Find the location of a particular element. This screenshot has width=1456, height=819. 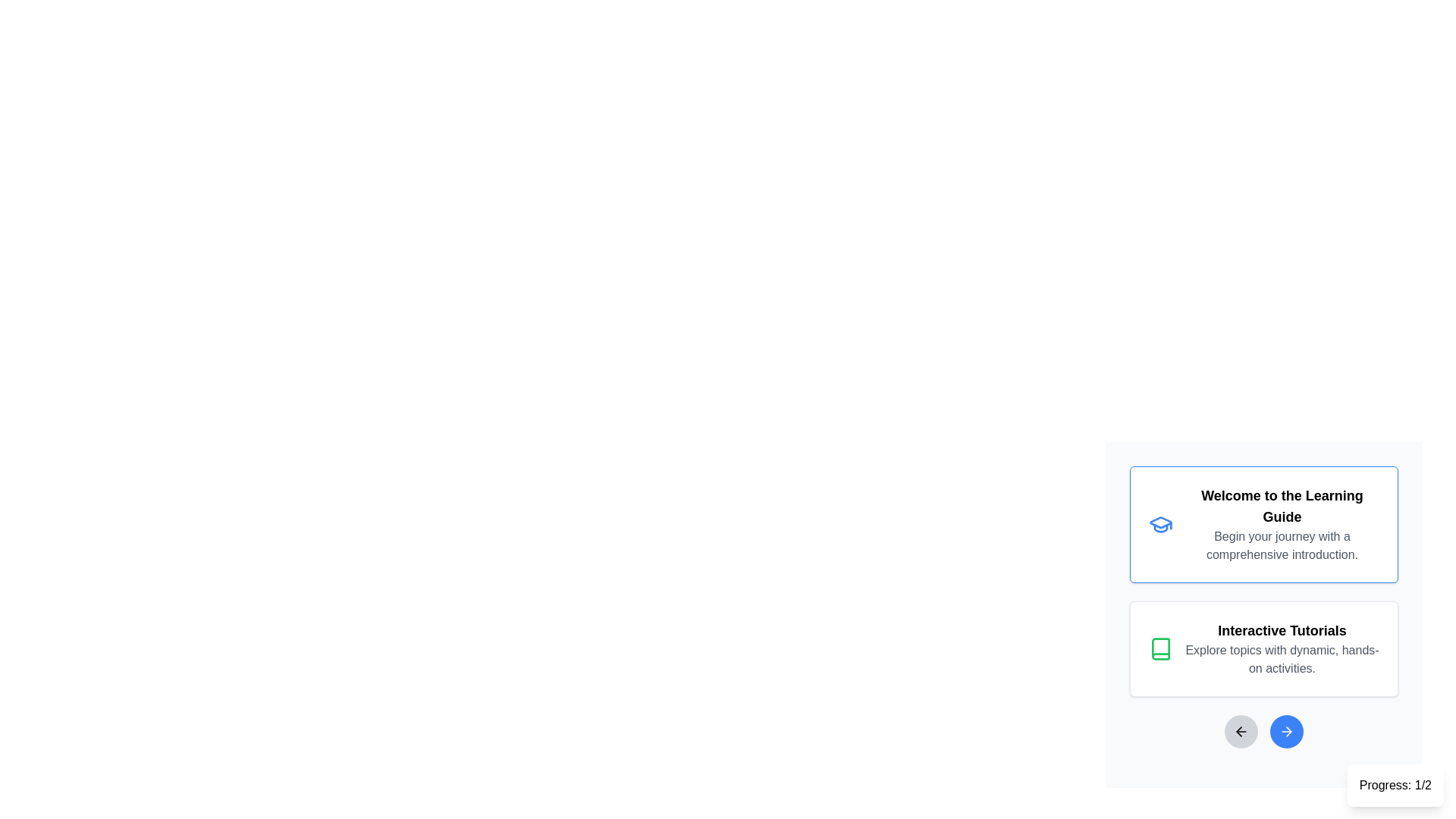

the open book icon with a green outline in the 'Interactive Tutorials' section, located to the left of the 'Interactive Tutorials' text is located at coordinates (1160, 648).